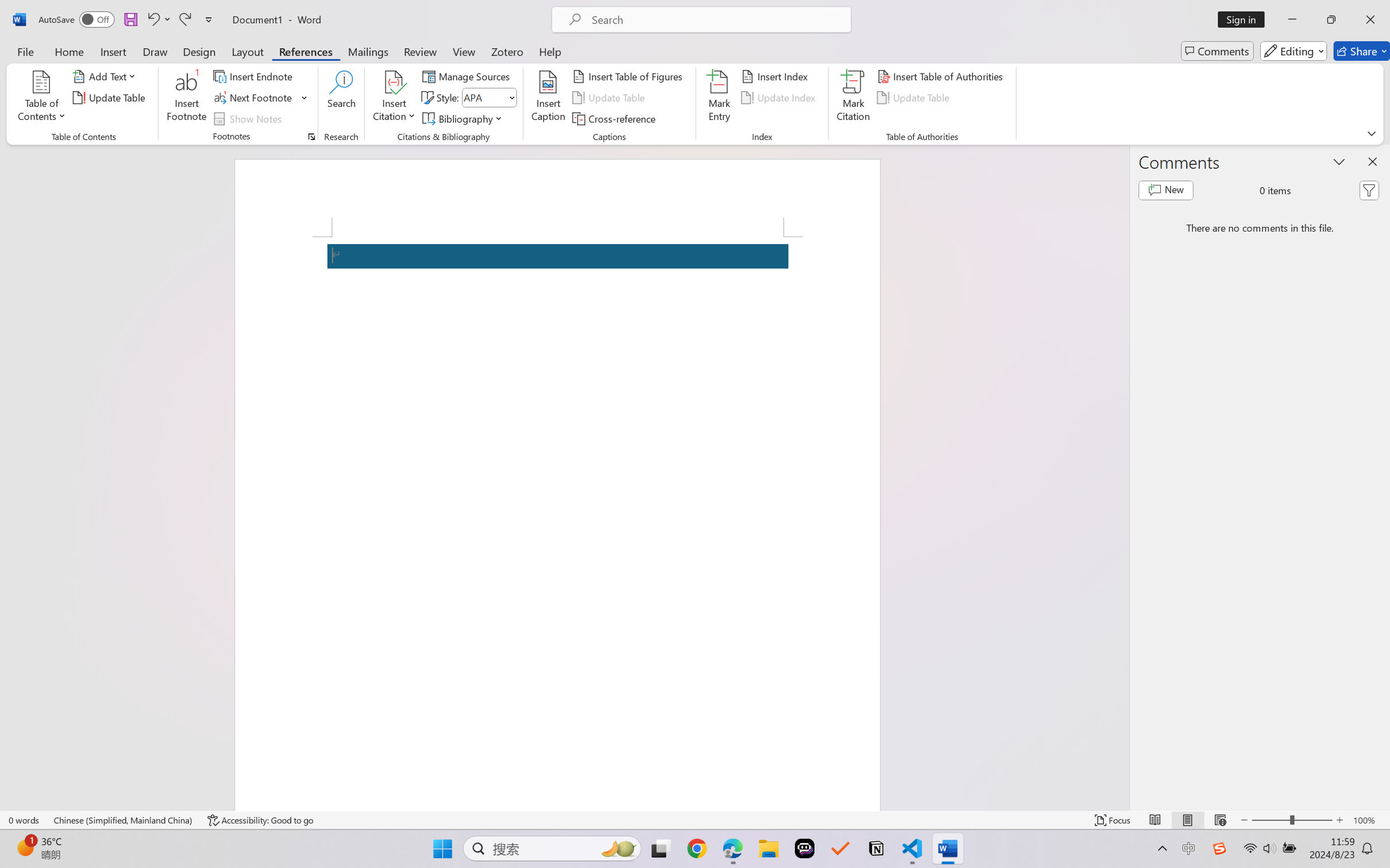  What do you see at coordinates (616, 119) in the screenshot?
I see `'Cross-reference...'` at bounding box center [616, 119].